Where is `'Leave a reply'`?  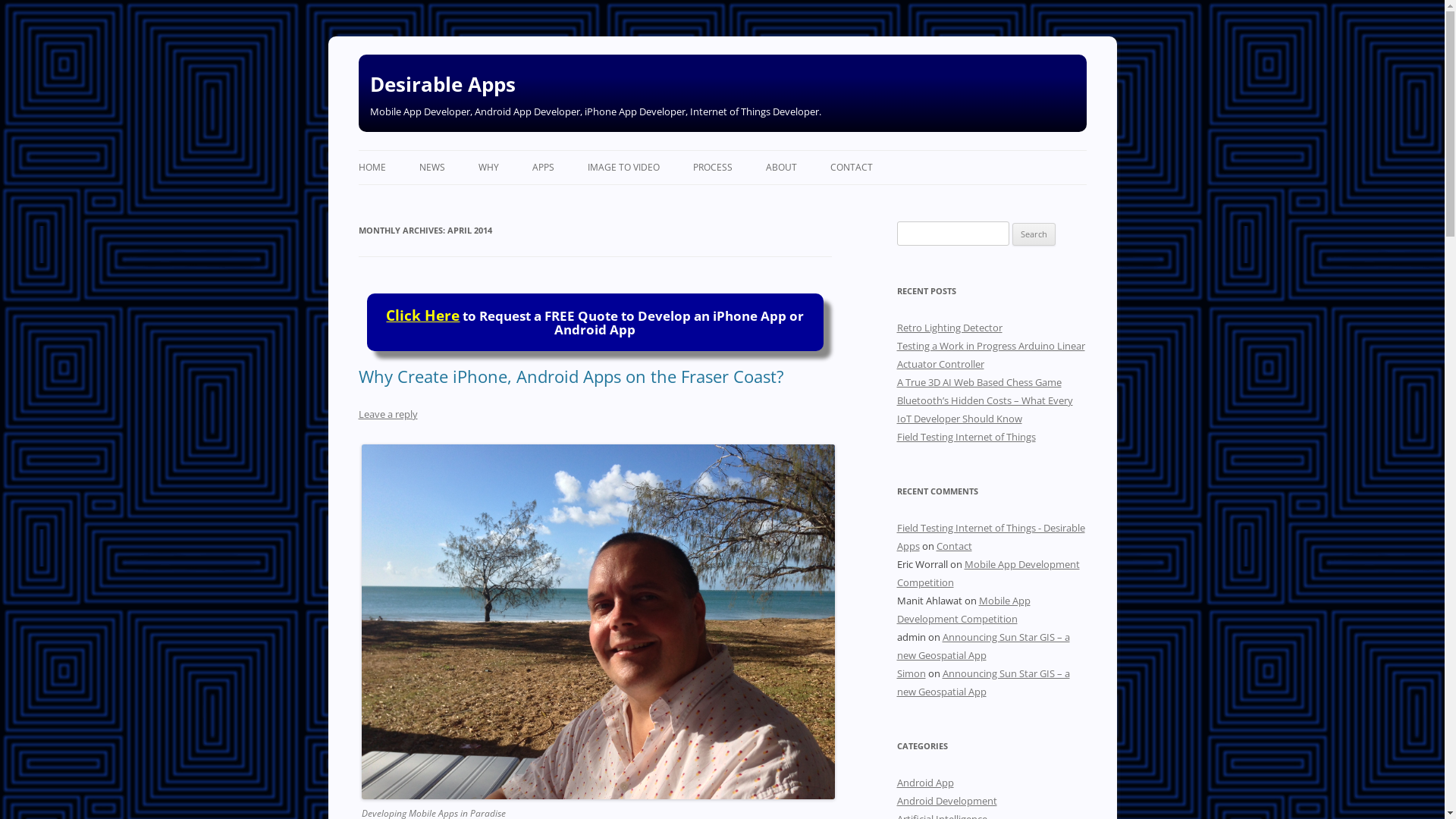 'Leave a reply' is located at coordinates (387, 414).